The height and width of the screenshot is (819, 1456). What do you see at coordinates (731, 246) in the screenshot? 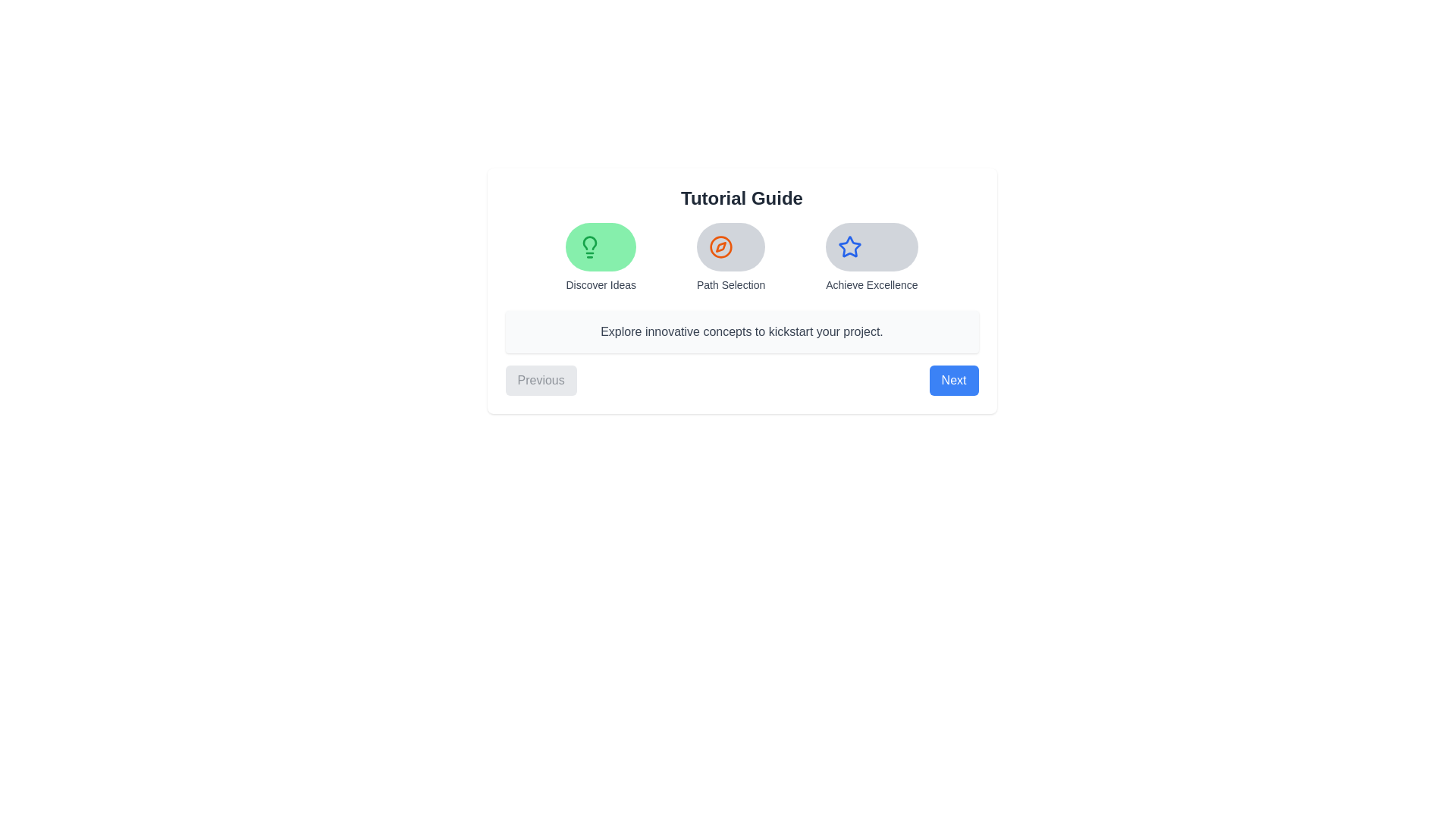
I see `the icon representing the tutorial step Path Selection` at bounding box center [731, 246].